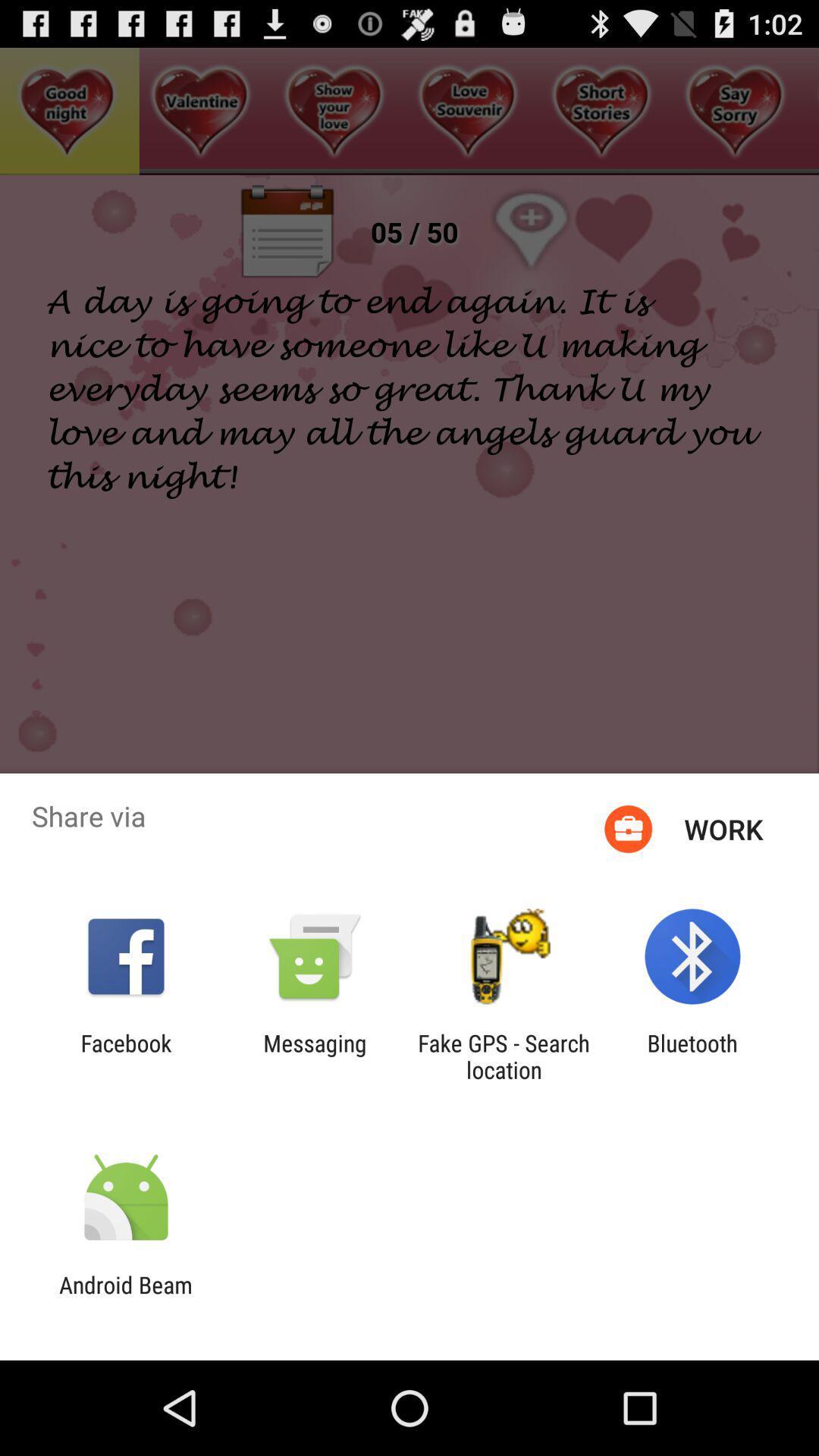 The height and width of the screenshot is (1456, 819). What do you see at coordinates (504, 1056) in the screenshot?
I see `fake gps search app` at bounding box center [504, 1056].